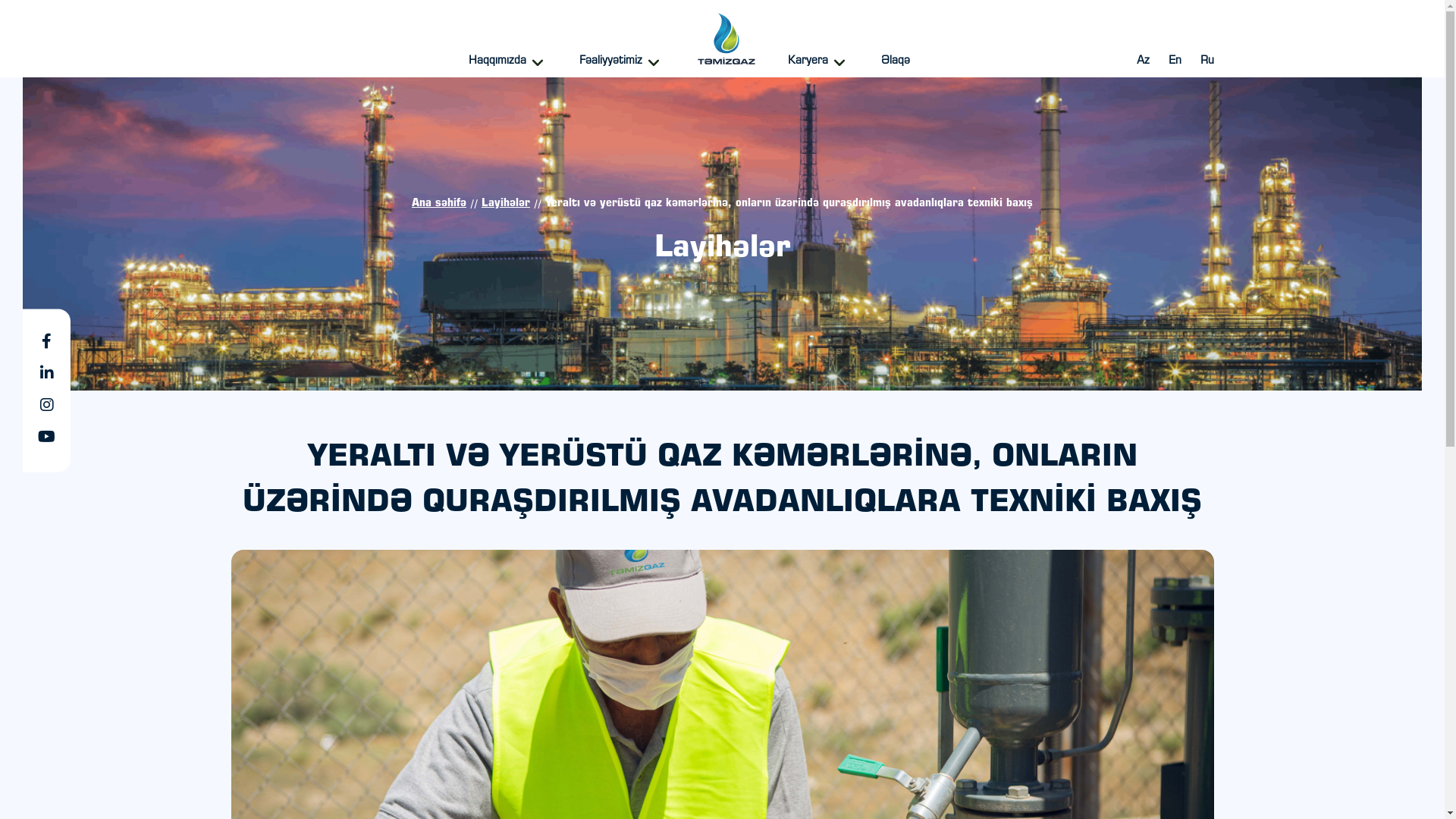 The width and height of the screenshot is (1456, 819). Describe the element at coordinates (818, 61) in the screenshot. I see `'Karyera'` at that location.